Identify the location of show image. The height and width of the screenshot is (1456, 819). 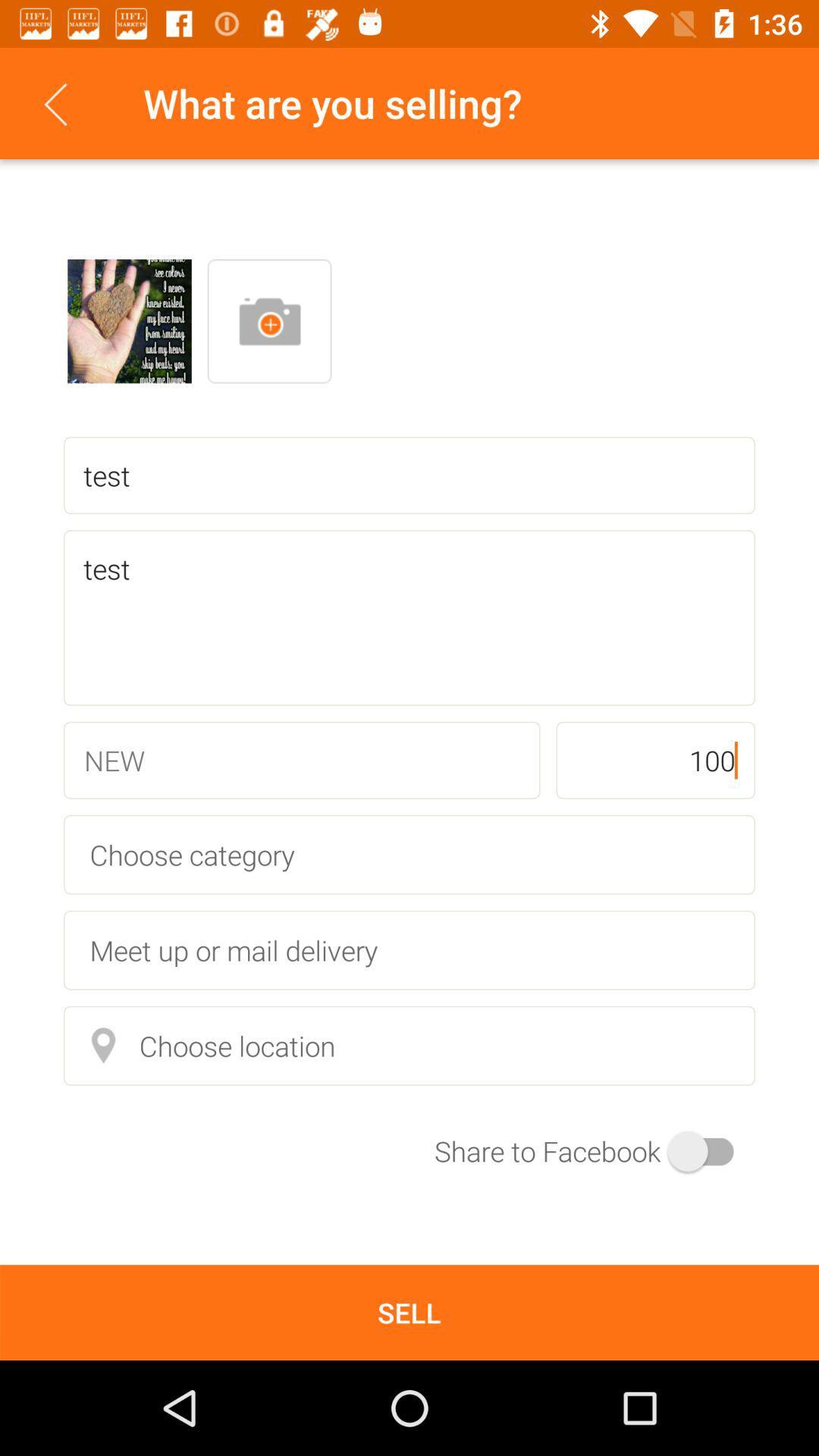
(128, 320).